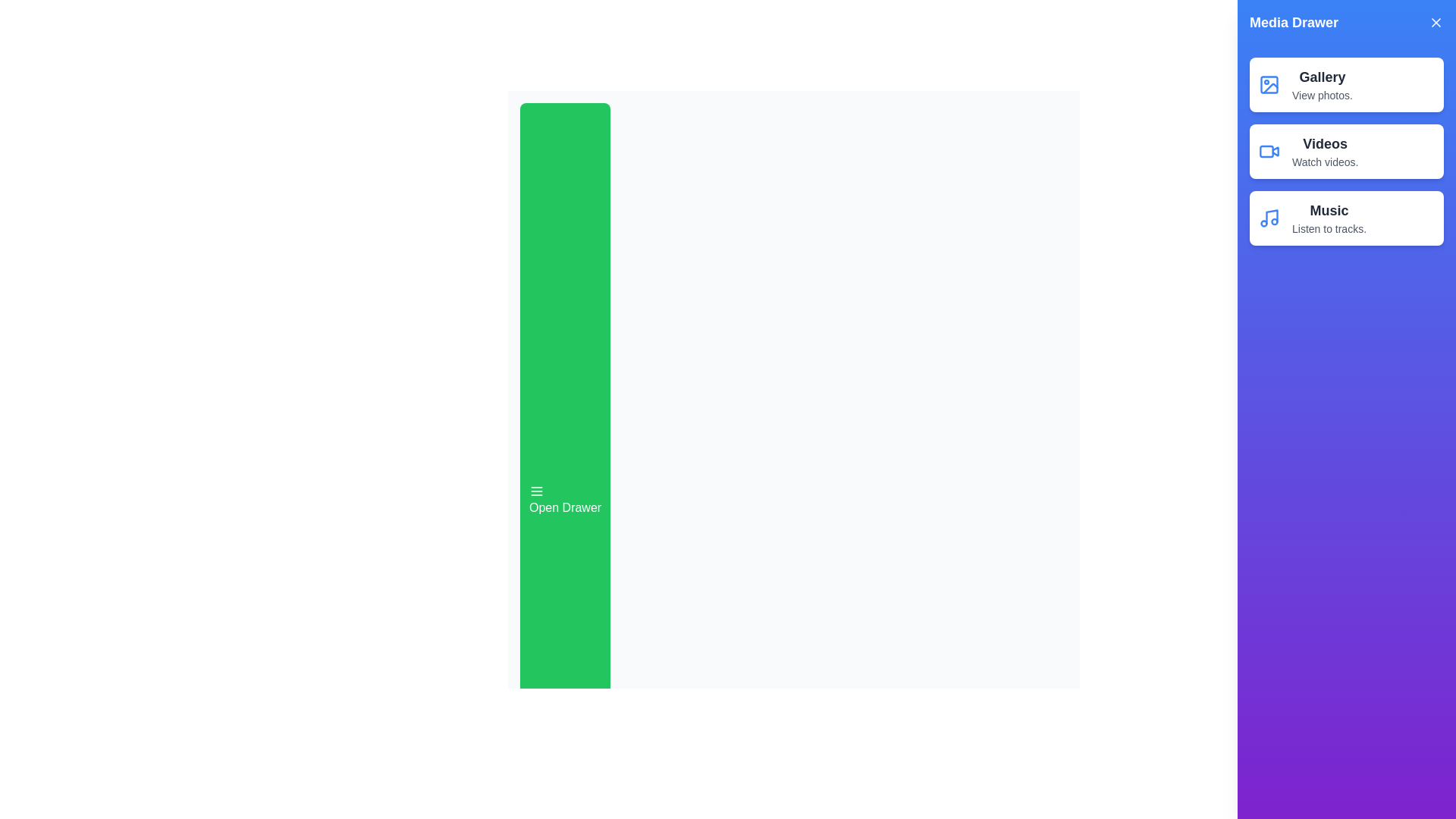  I want to click on the close button in the top-right corner of the drawer to close it, so click(1436, 23).